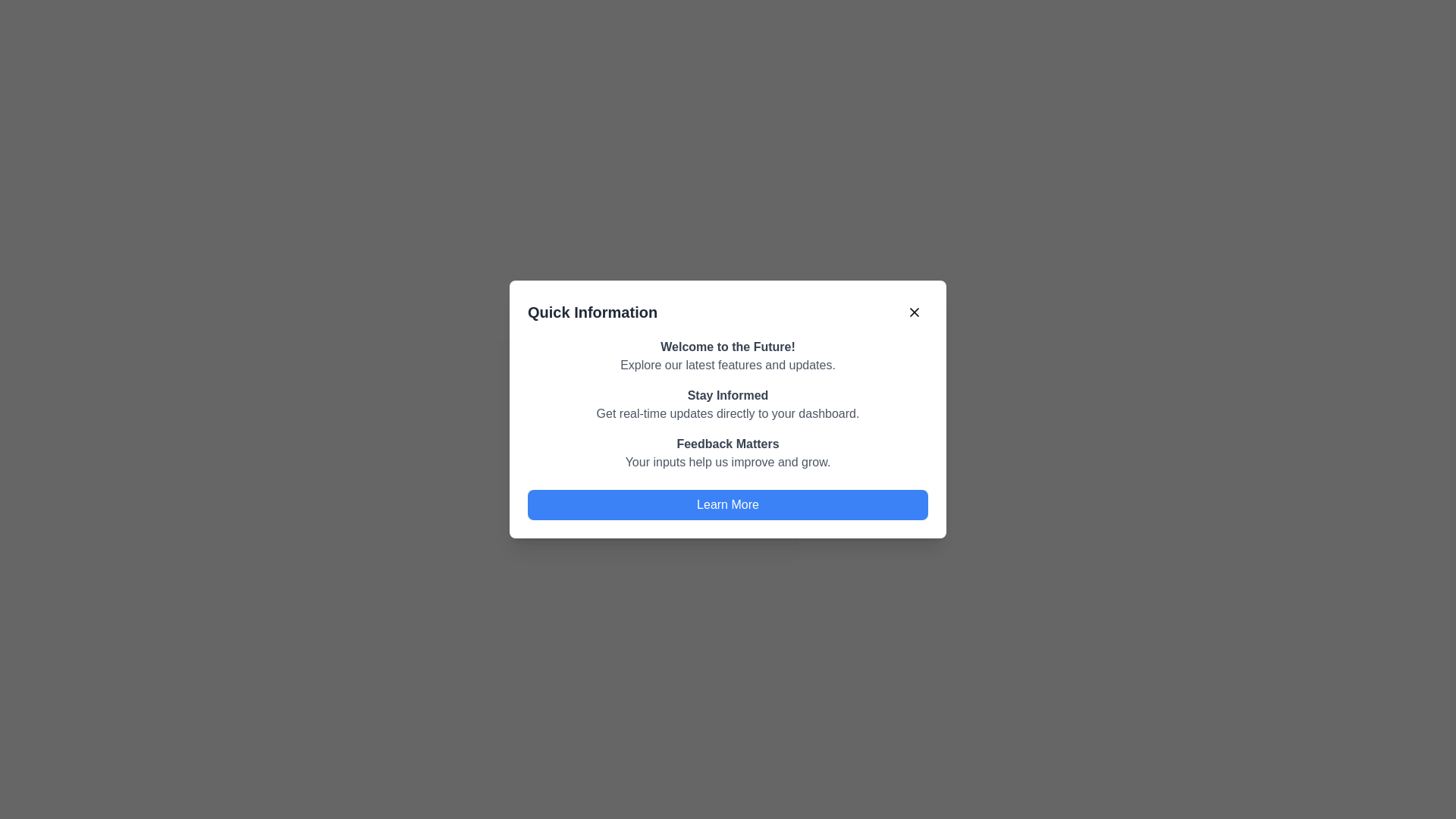 The image size is (1456, 819). Describe the element at coordinates (728, 444) in the screenshot. I see `the text display that serves as a header for user feedback in the modal dialog box, located directly above the text 'Your inputs help us improve and grow.'` at that location.